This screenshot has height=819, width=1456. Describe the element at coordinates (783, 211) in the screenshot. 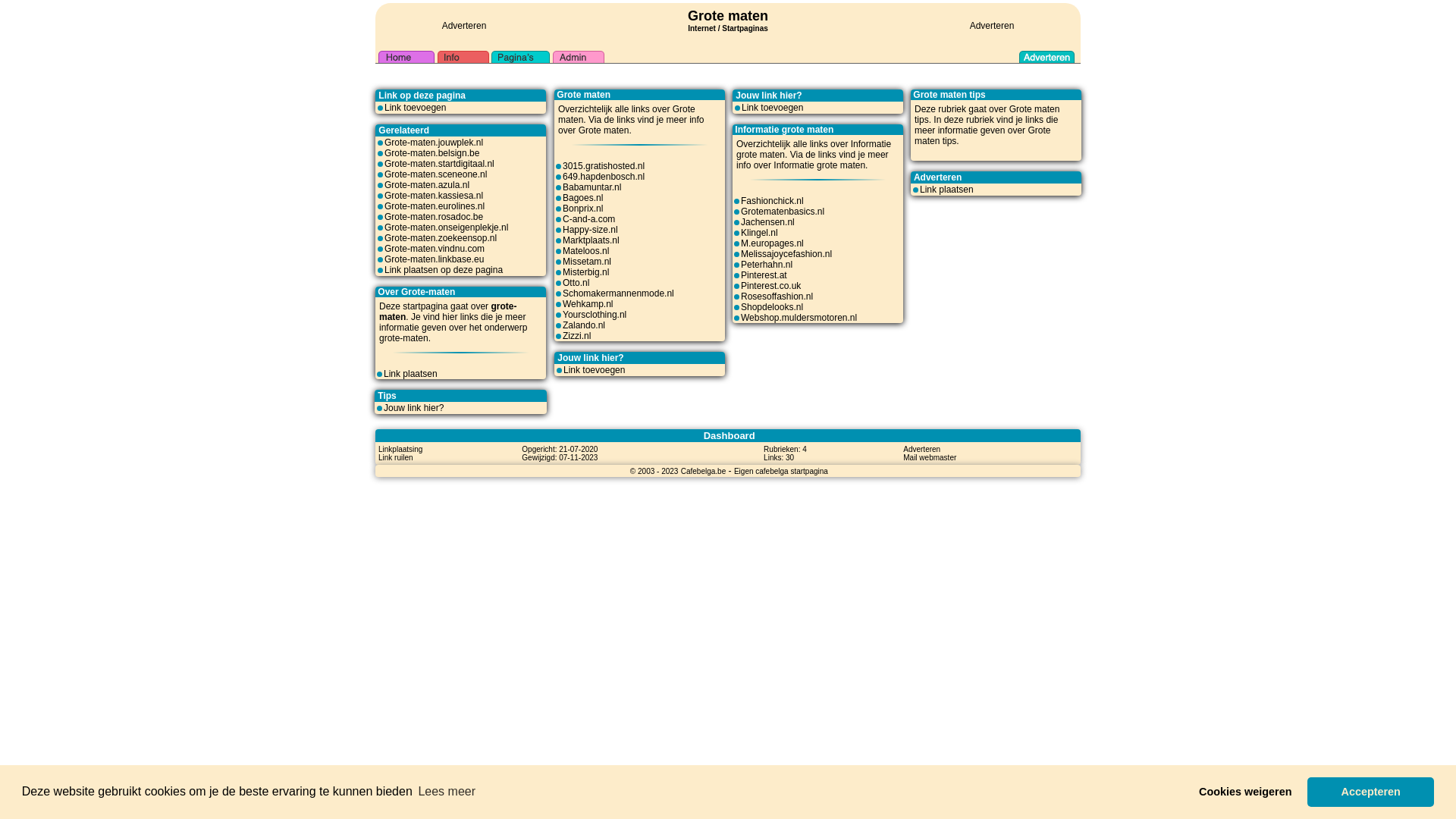

I see `'Grotematenbasics.nl'` at that location.